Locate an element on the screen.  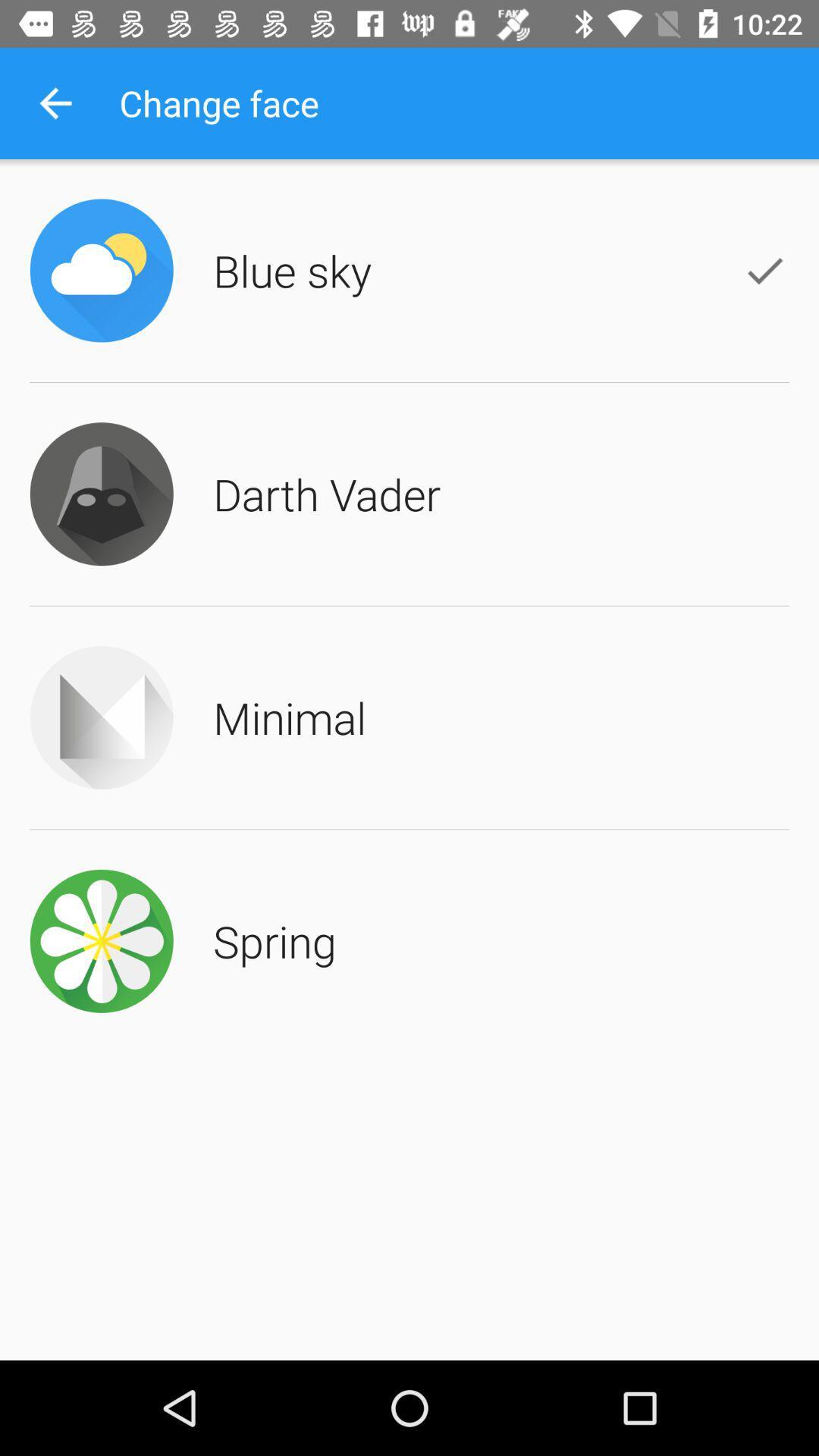
the darth vader icon is located at coordinates (326, 494).